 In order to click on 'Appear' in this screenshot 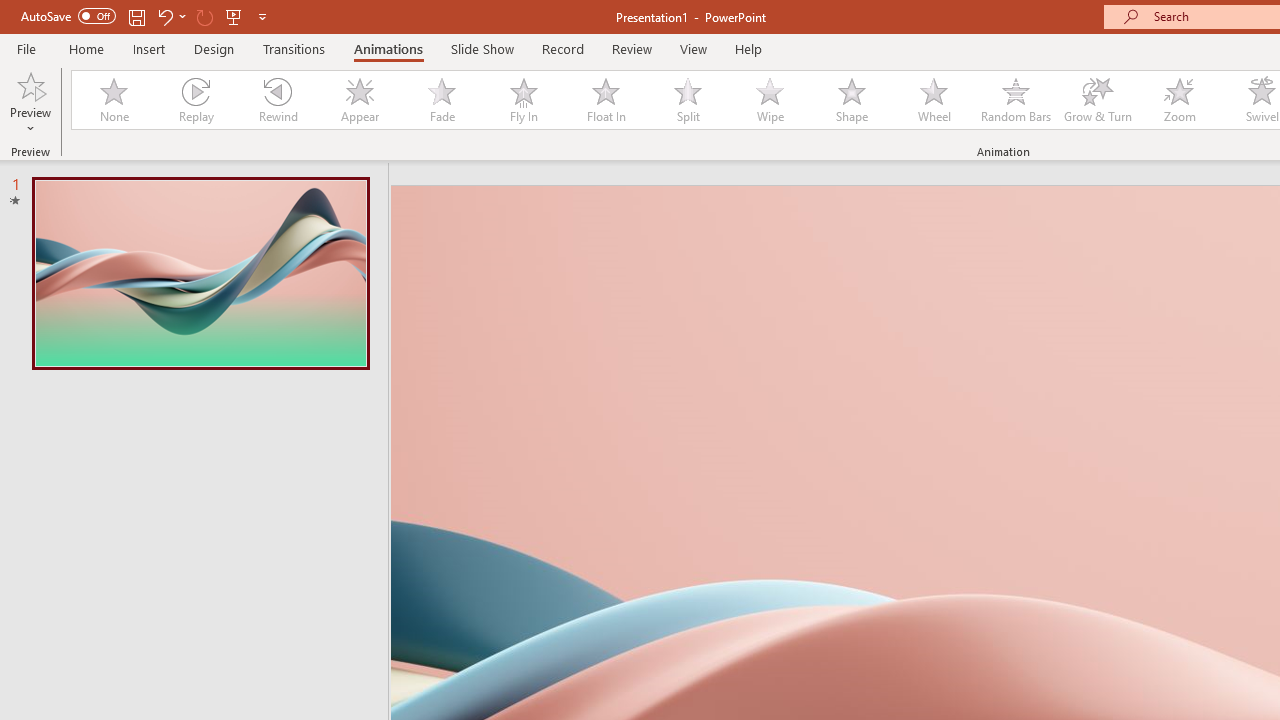, I will do `click(359, 100)`.